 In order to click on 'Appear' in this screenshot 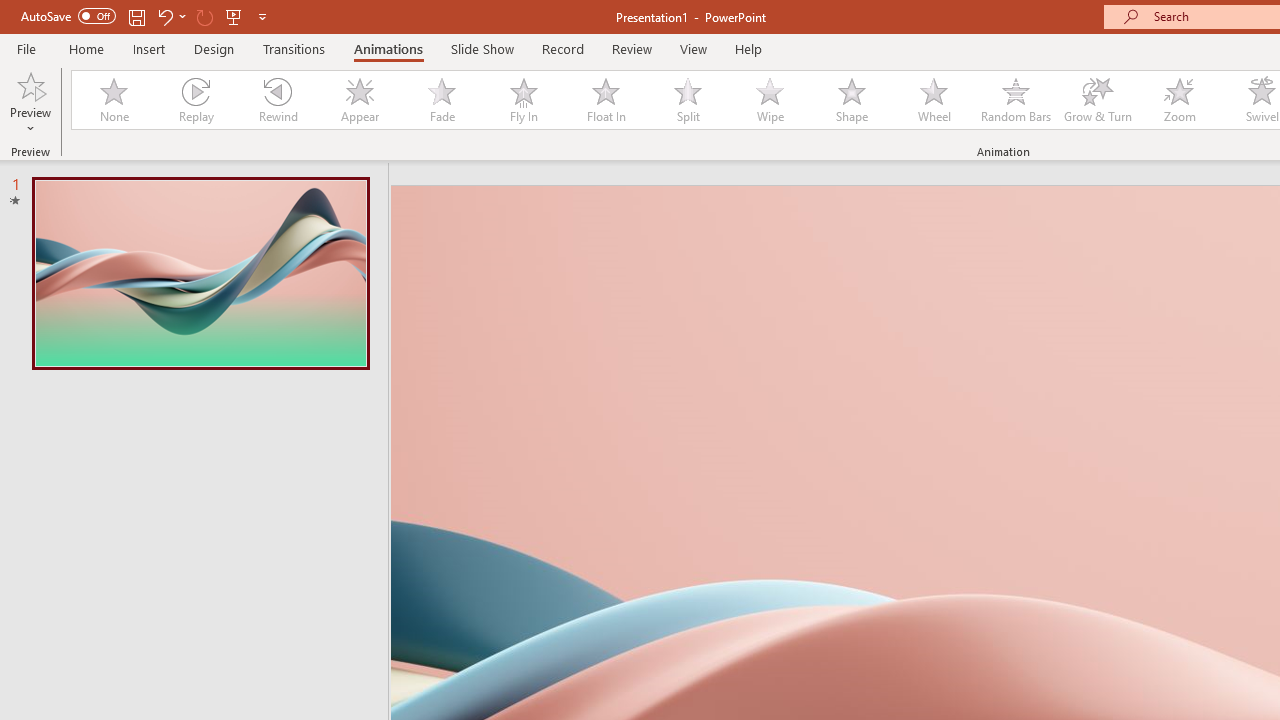, I will do `click(359, 100)`.